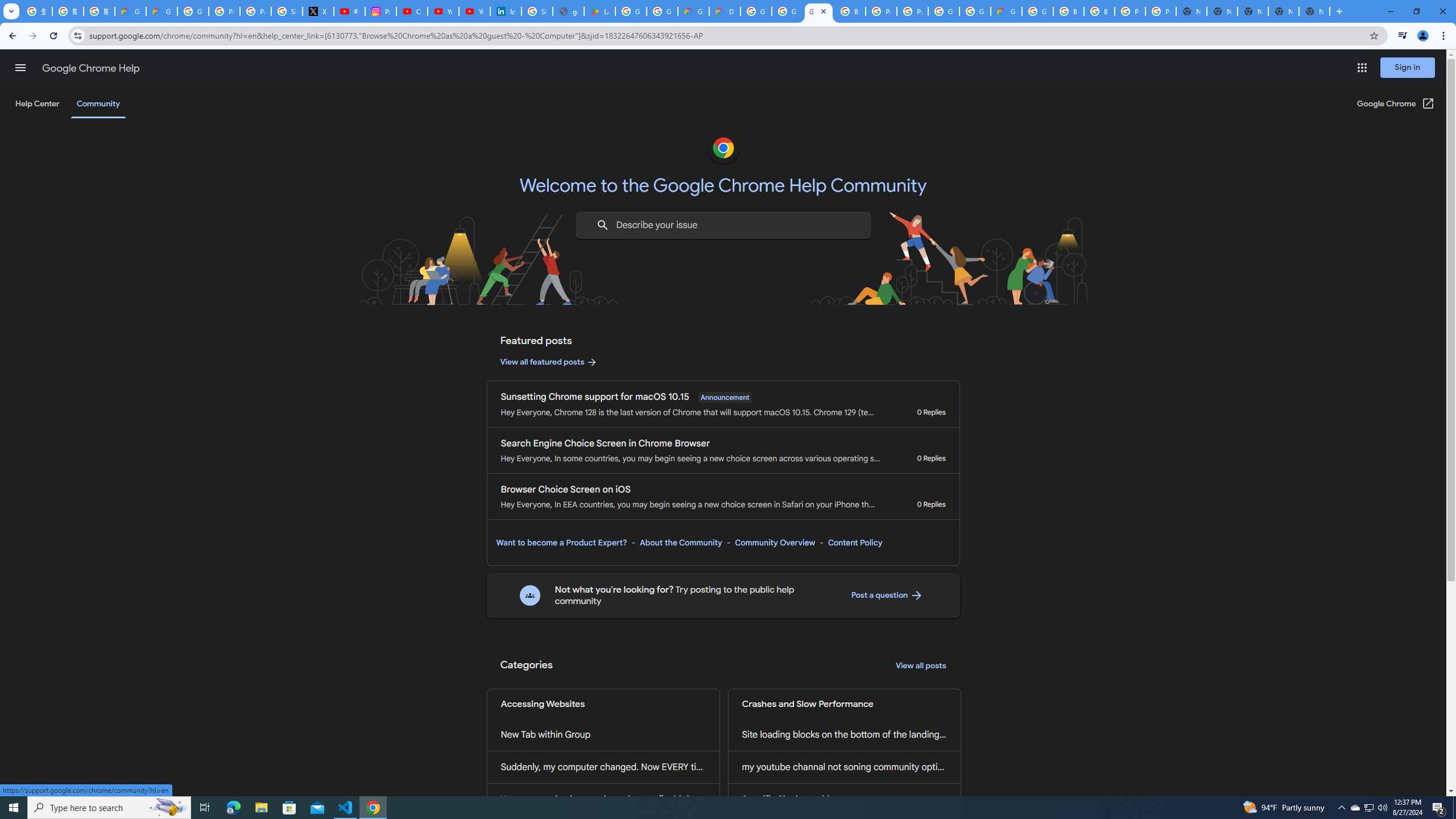 Image resolution: width=1456 pixels, height=819 pixels. What do you see at coordinates (287, 11) in the screenshot?
I see `'Sign in - Google Accounts'` at bounding box center [287, 11].